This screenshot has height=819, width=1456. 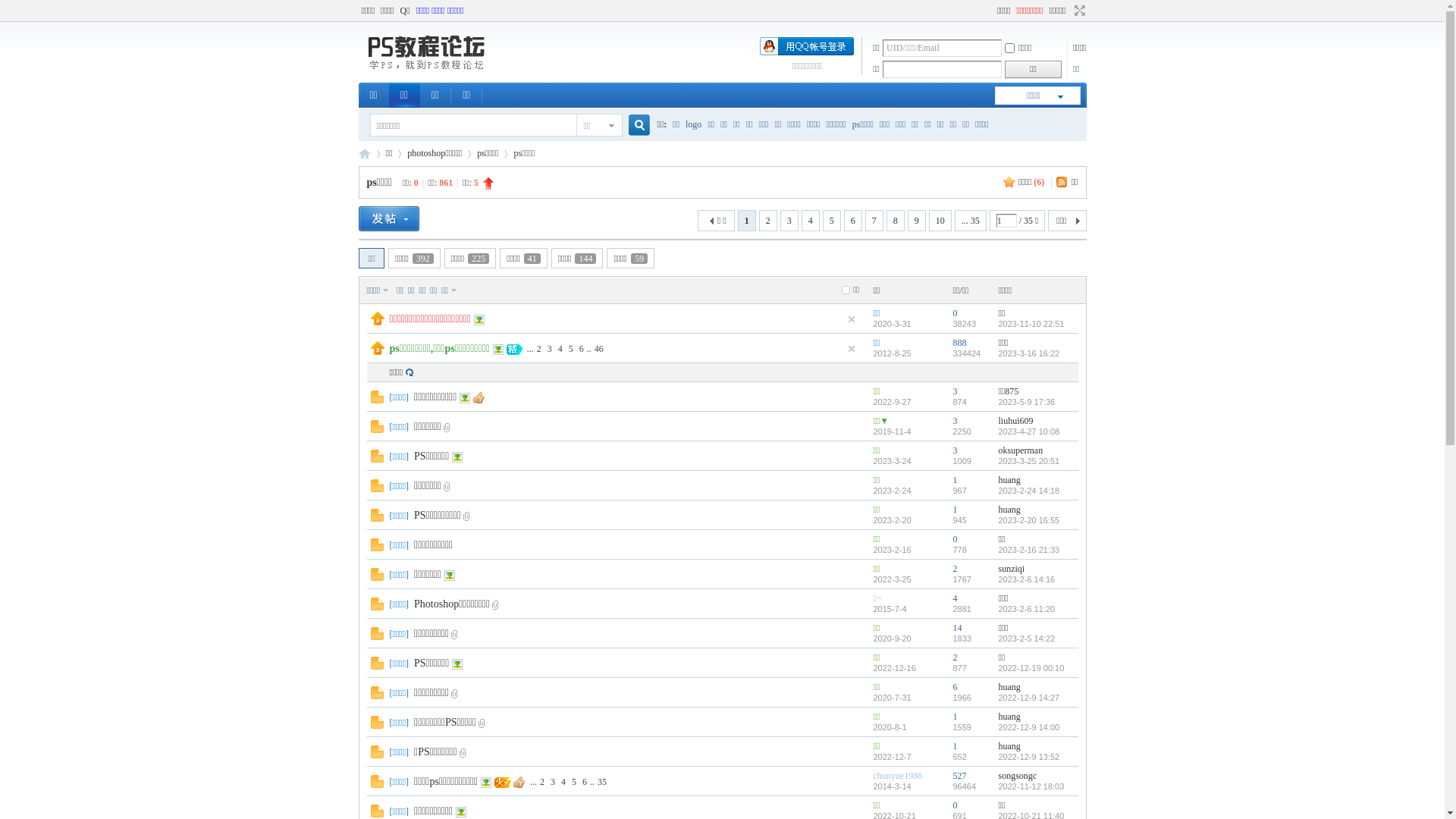 I want to click on '2023-3-16 16:22', so click(x=1028, y=353).